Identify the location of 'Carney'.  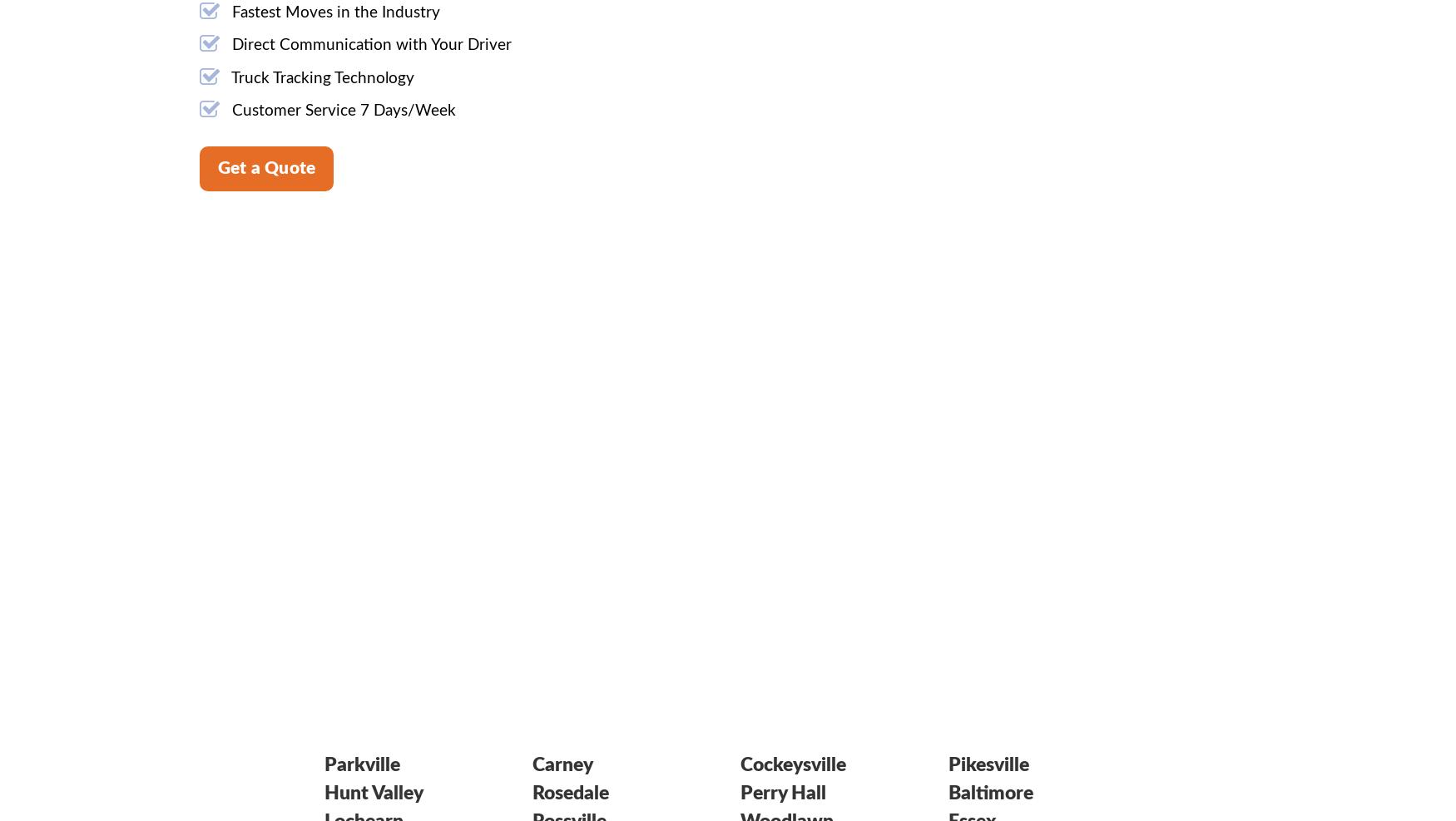
(562, 764).